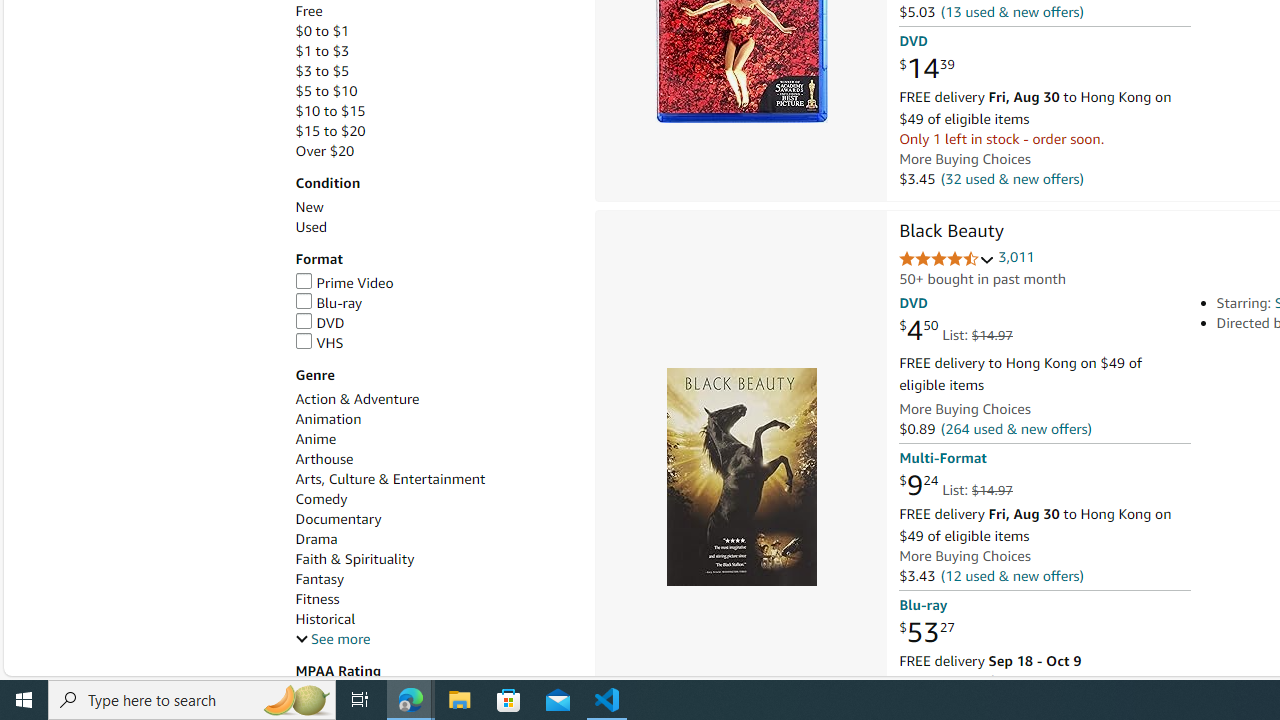  What do you see at coordinates (1011, 12) in the screenshot?
I see `'(13 used & new offers)'` at bounding box center [1011, 12].